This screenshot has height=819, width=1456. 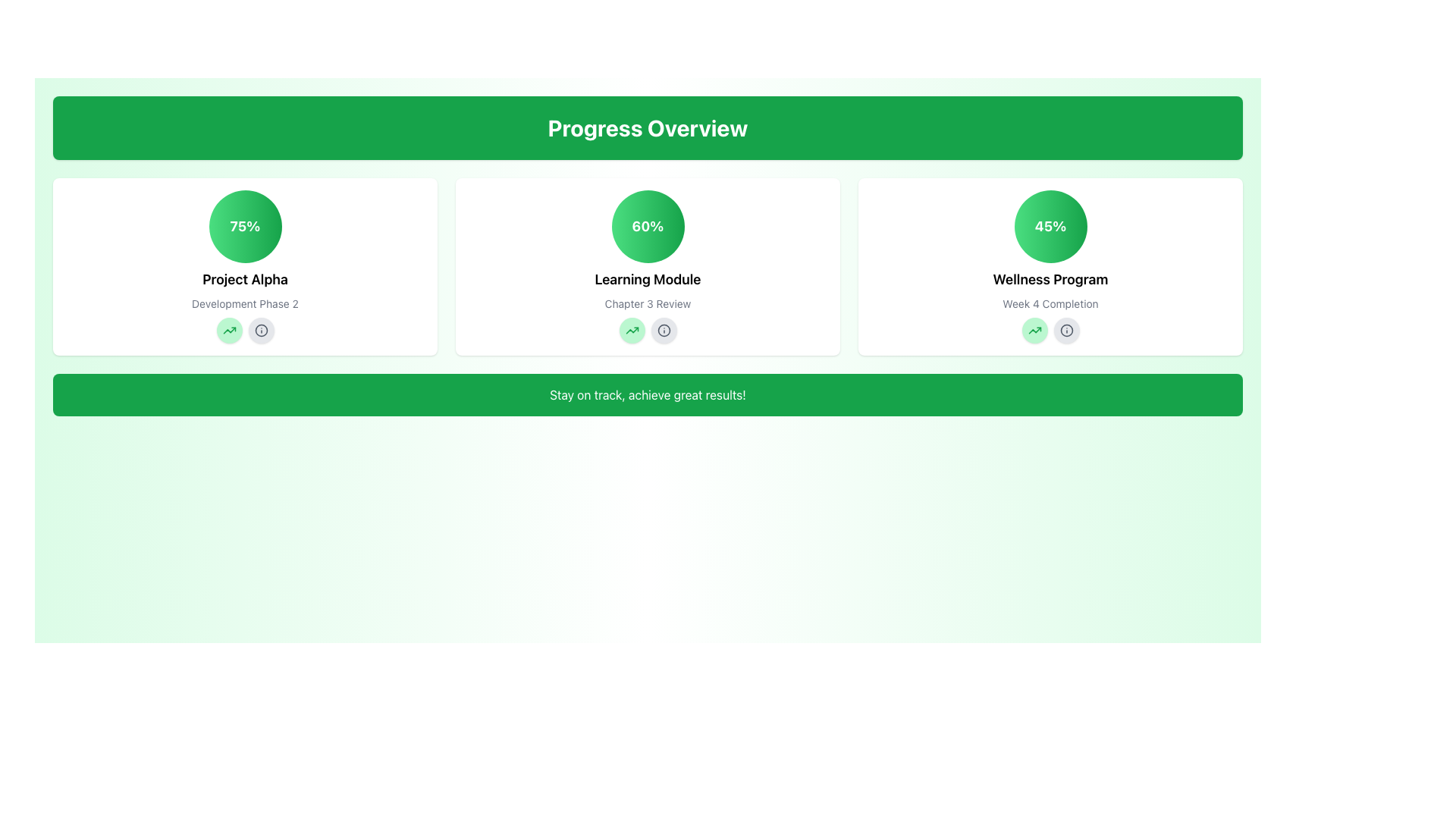 What do you see at coordinates (1050, 304) in the screenshot?
I see `text label displaying 'Week 4 Completion' in small, gray, non-bold font within the 'Wellness Program' card` at bounding box center [1050, 304].